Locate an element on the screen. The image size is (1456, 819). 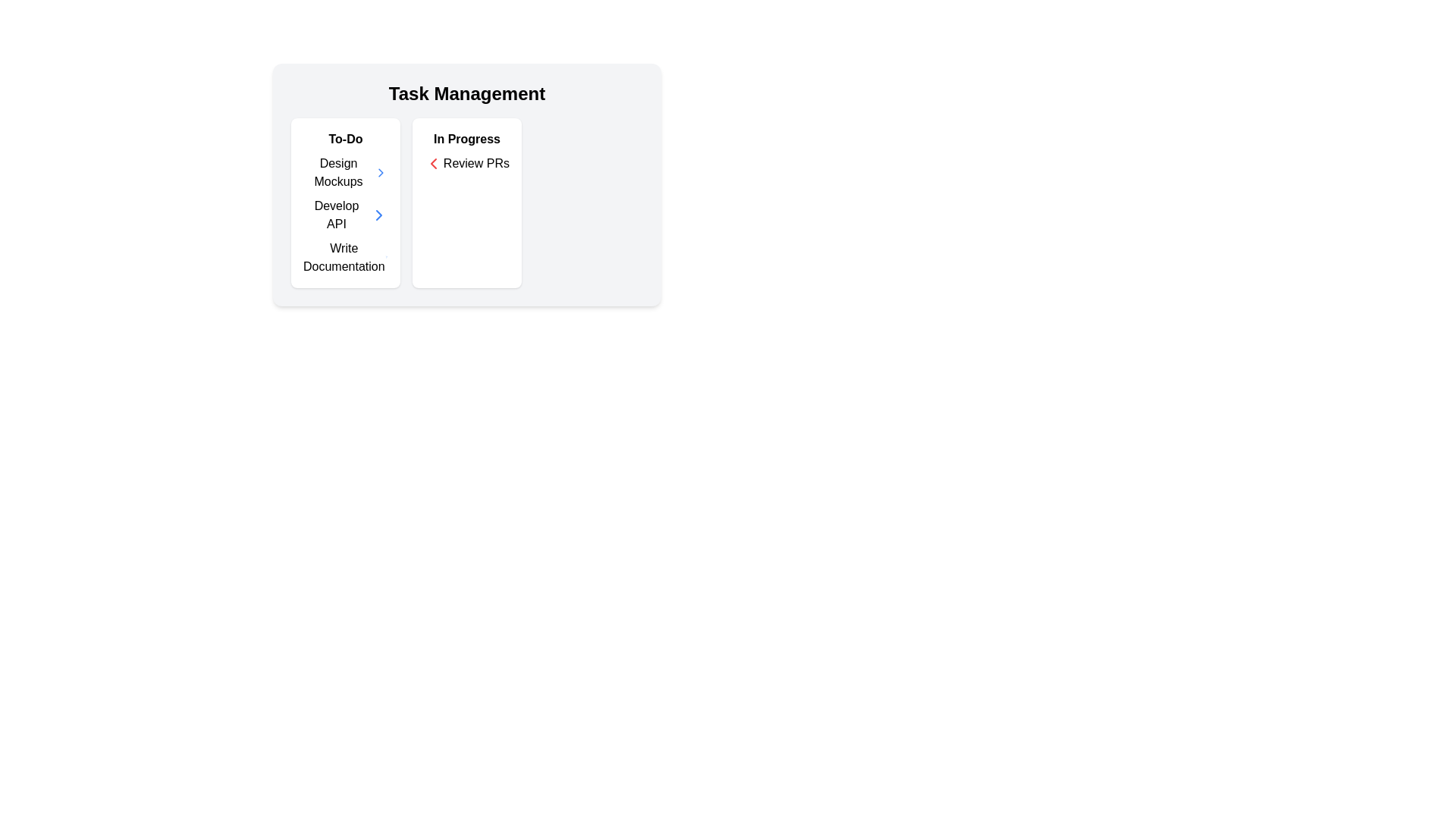
the 'Review PRs' text label, which serves as a title or descriptor for tasks in the 'Task Management' interface is located at coordinates (475, 164).